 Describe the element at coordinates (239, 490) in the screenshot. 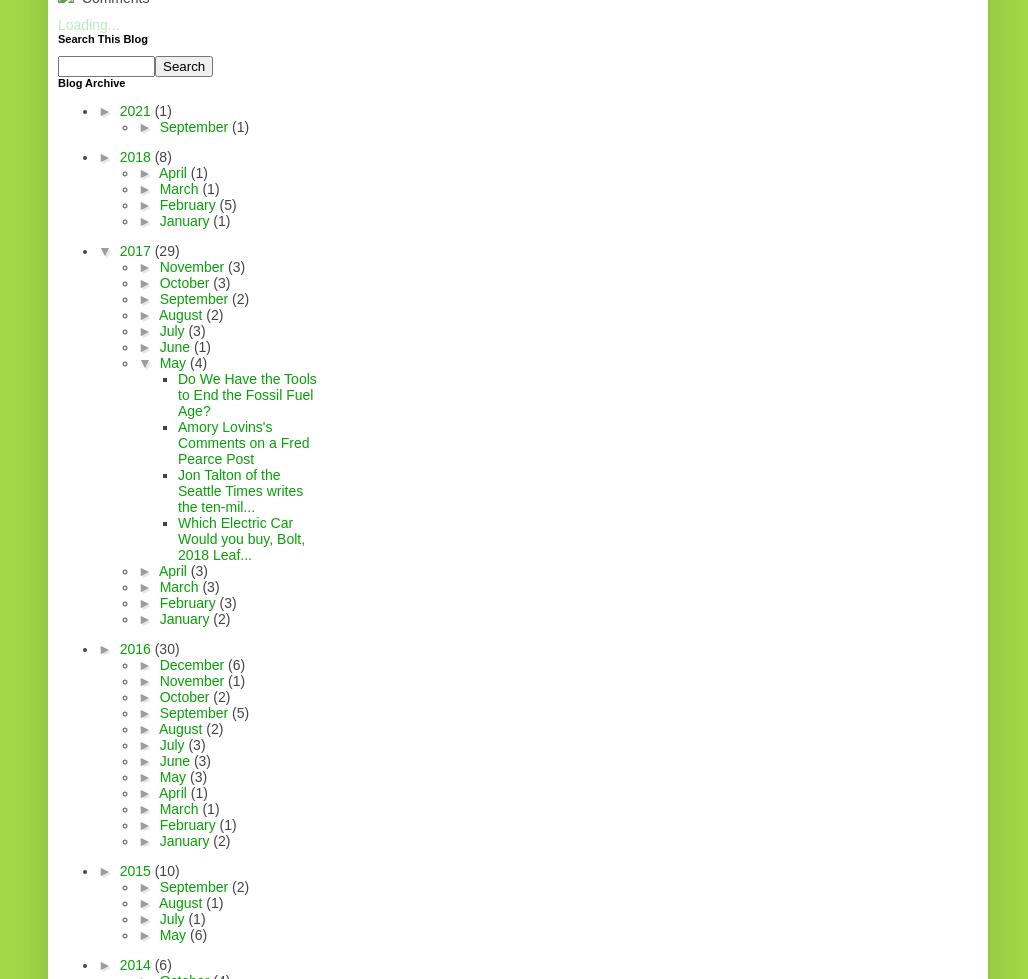

I see `'Jon Talton of the Seattle Times writes the ten-mil...'` at that location.